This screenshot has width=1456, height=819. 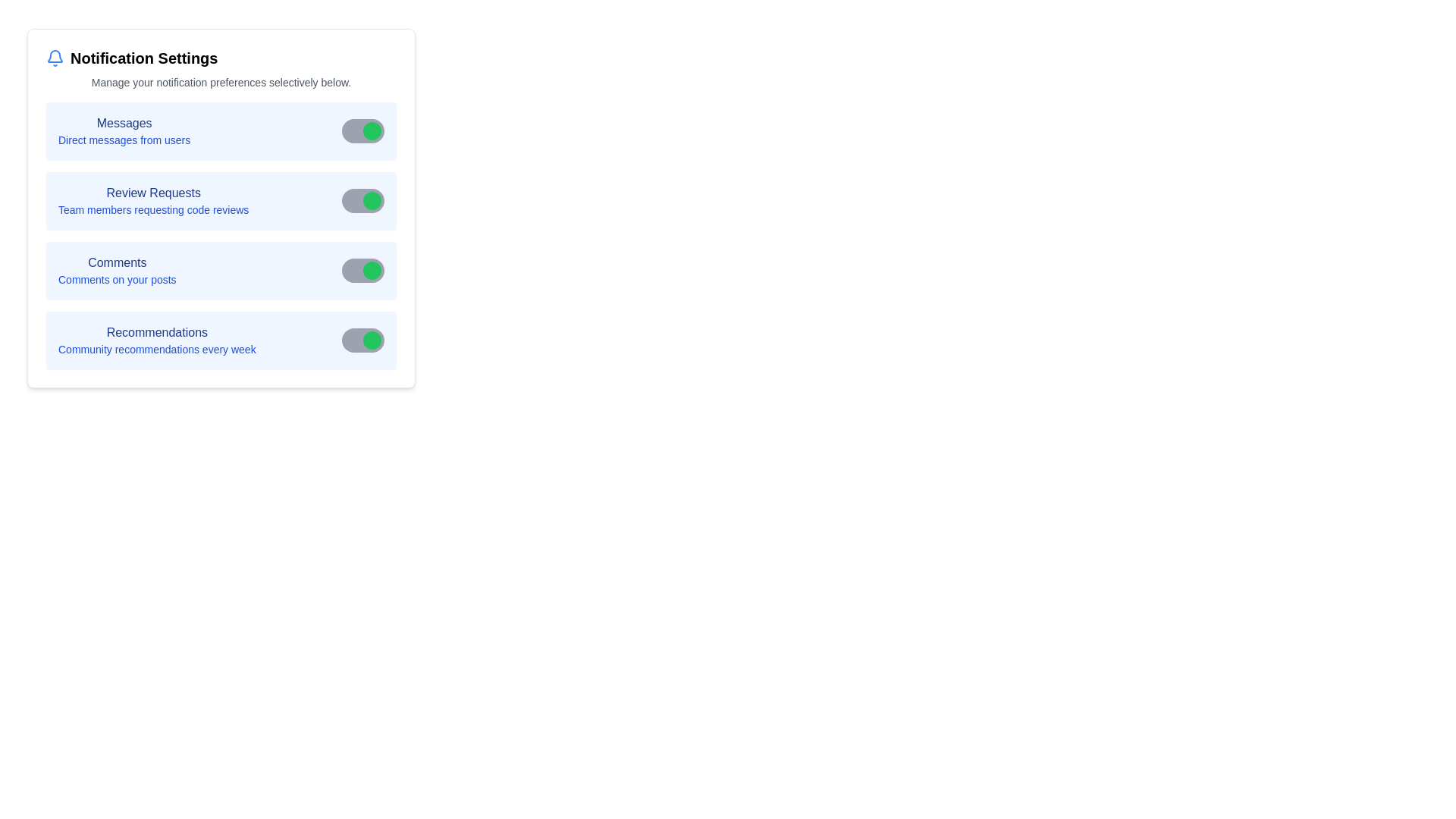 I want to click on the 'Recommendations' label text, which features a bold header in dark blue and a lighter blue subtitle on a light blue background, located as the fourth item in the notification settings list, so click(x=157, y=339).